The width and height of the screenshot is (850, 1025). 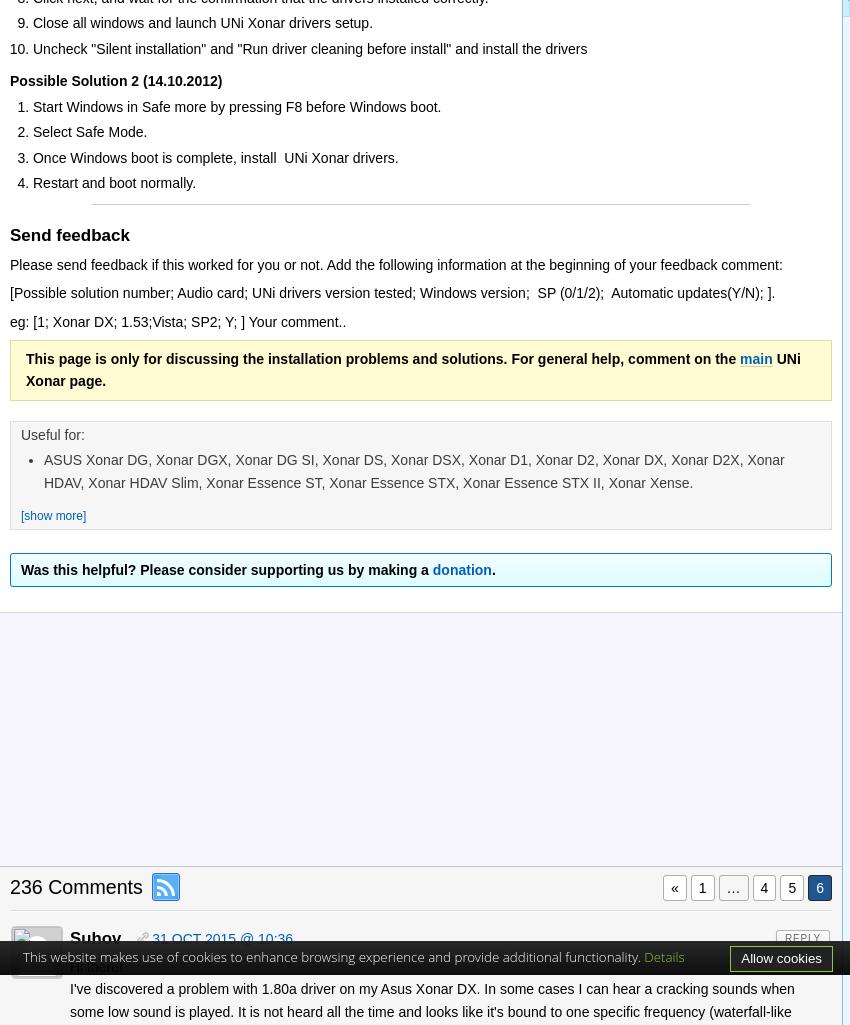 I want to click on 'Suhov', so click(x=94, y=938).